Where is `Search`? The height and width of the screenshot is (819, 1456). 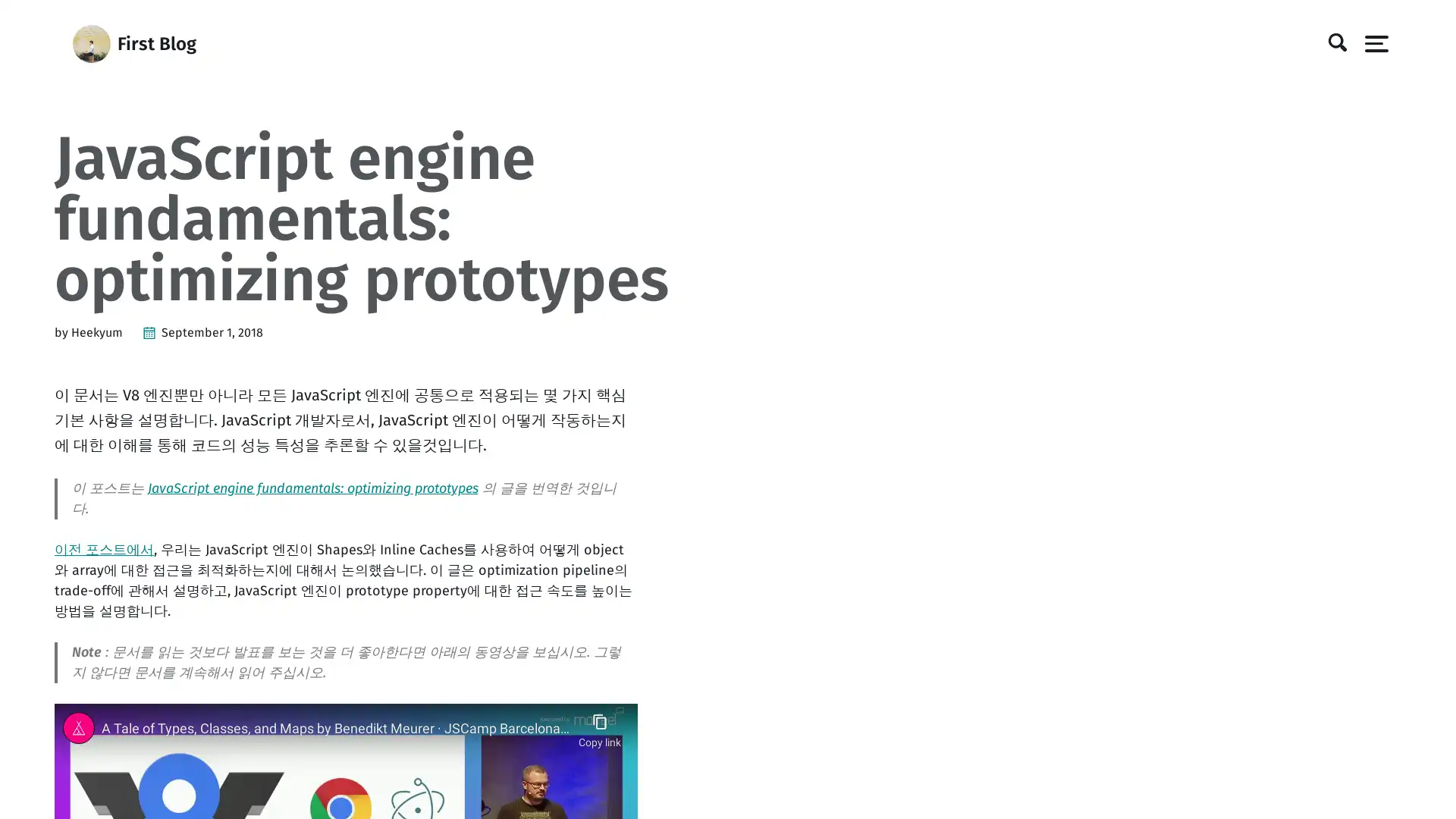 Search is located at coordinates (1331, 42).